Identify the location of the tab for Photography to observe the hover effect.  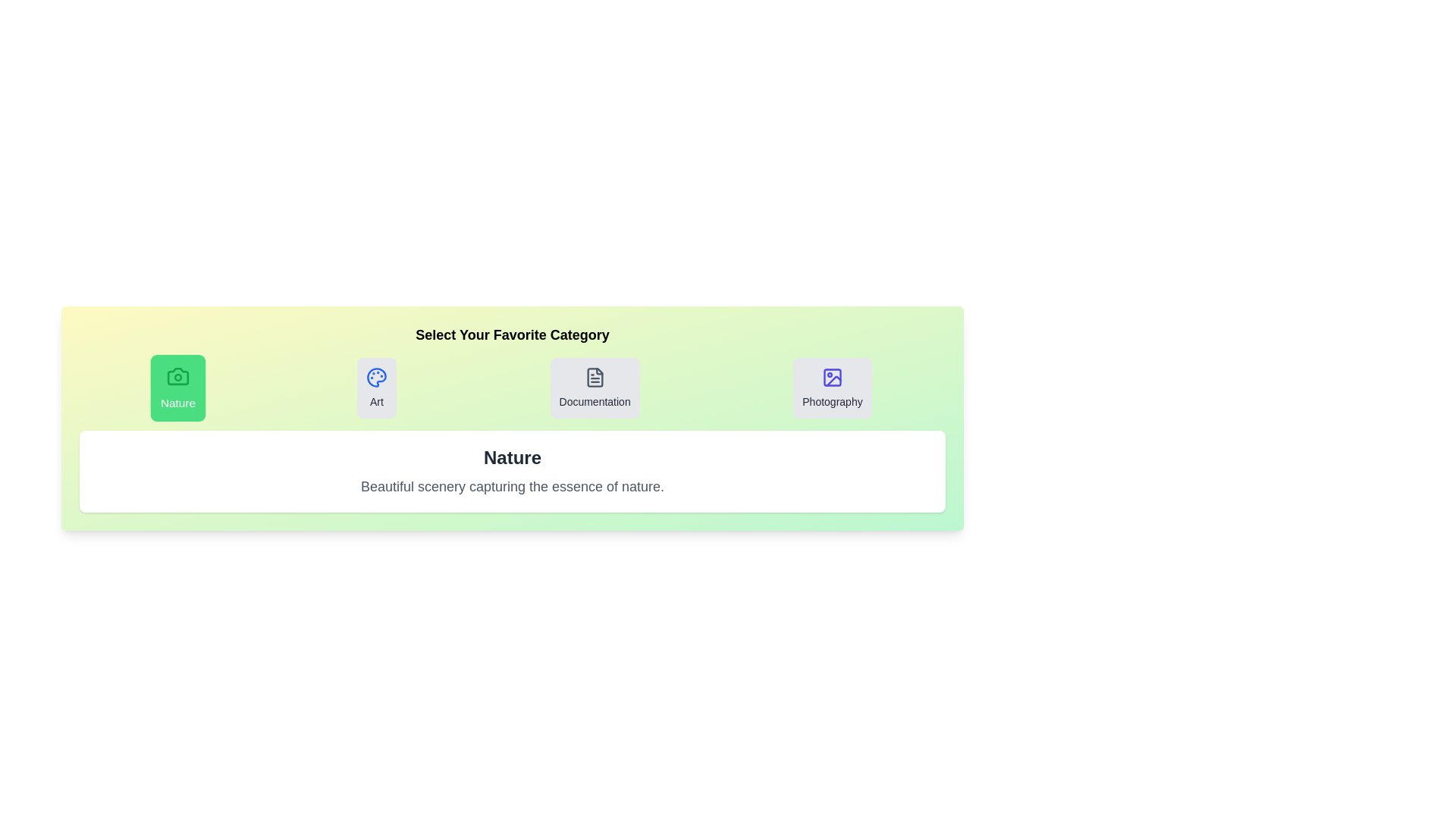
(831, 388).